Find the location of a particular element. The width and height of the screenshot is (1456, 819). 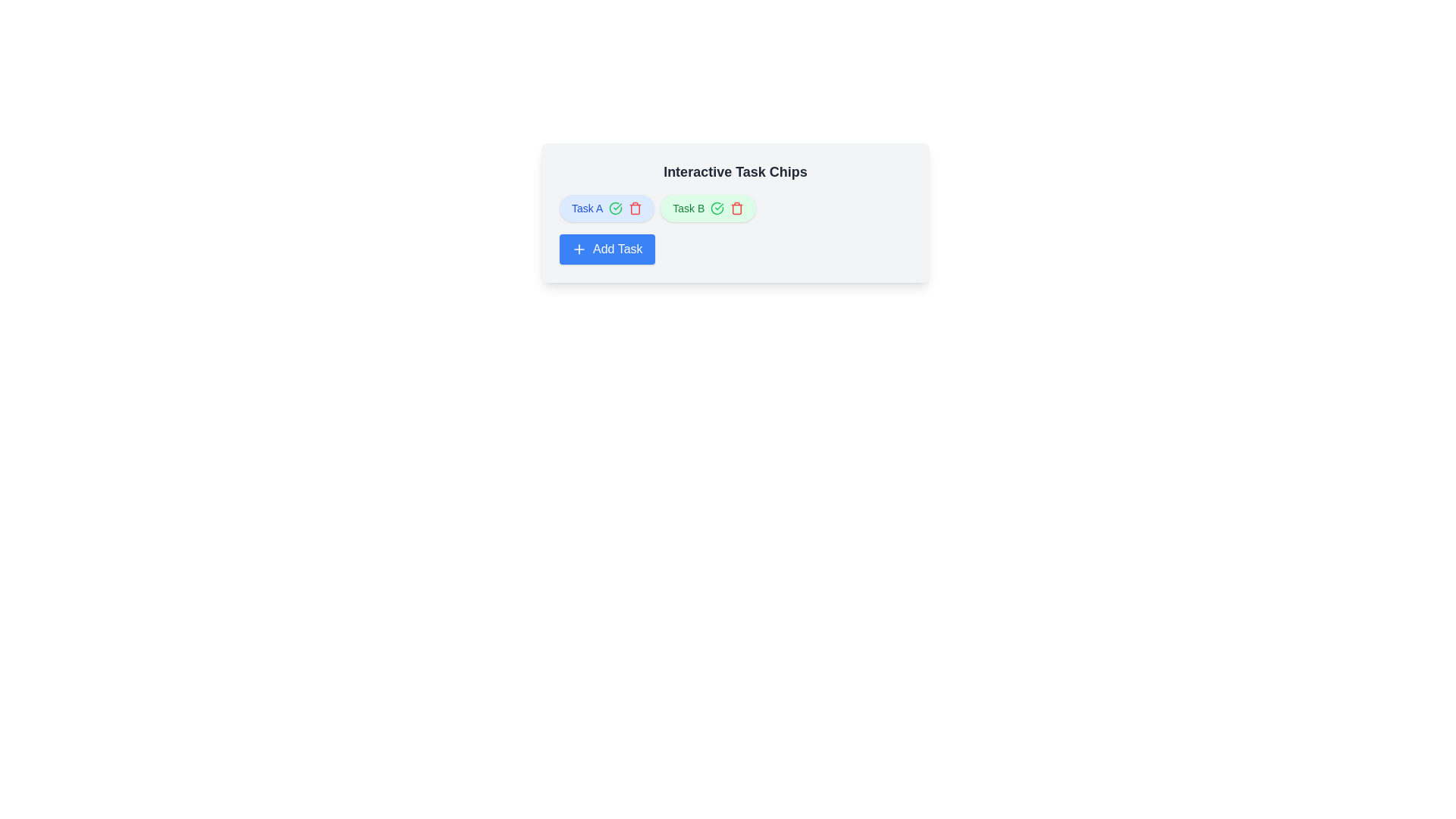

the delete icon located to the right of the check mark icon within the 'Task A' chip is located at coordinates (635, 208).